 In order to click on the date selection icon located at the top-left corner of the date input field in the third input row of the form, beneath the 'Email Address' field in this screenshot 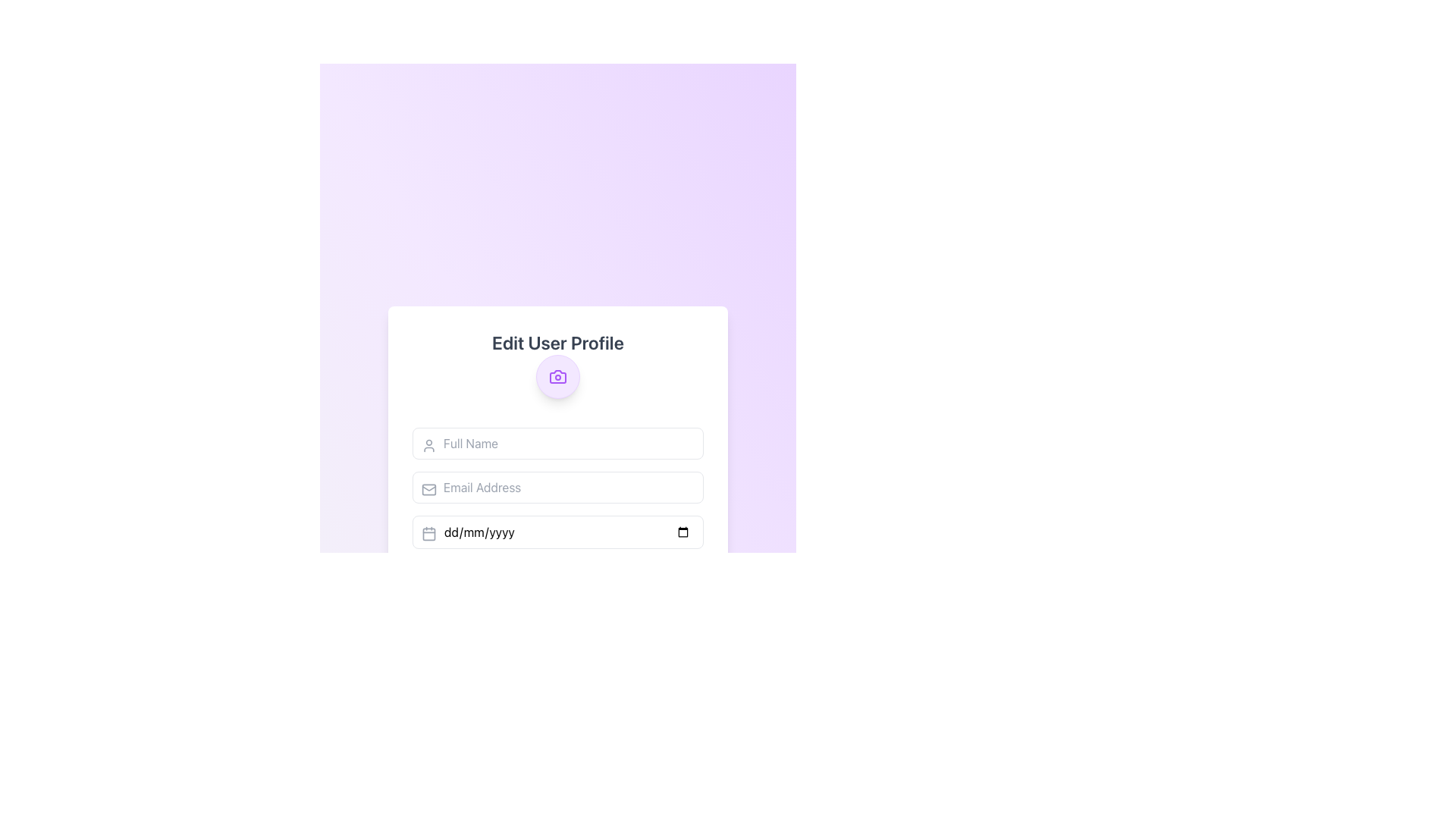, I will do `click(428, 533)`.